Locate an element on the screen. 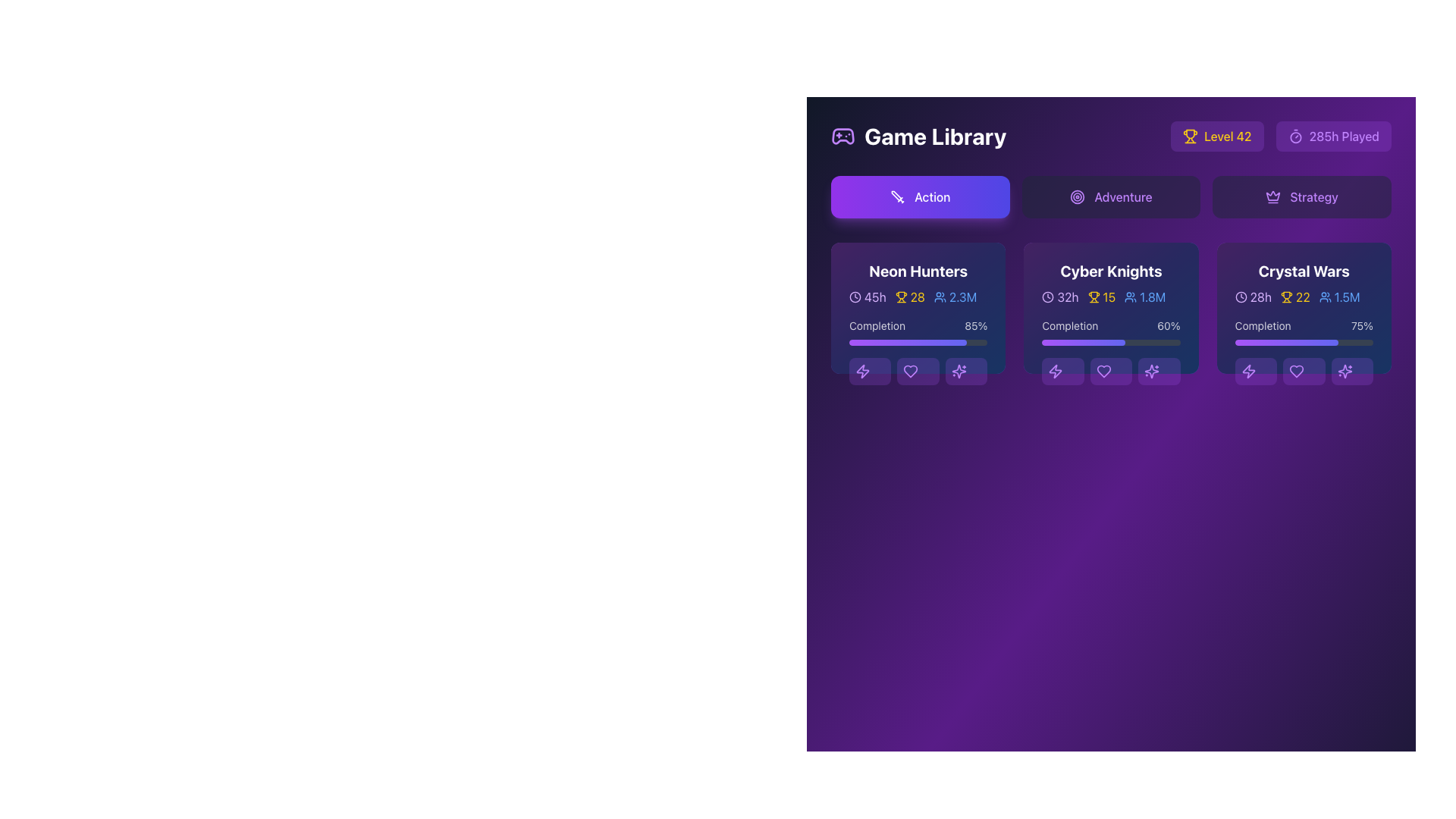  the Progress bar labeled 'Completion' with the percentage '85%' in the 'Neon Hunters' section of the Game Library interface is located at coordinates (918, 331).